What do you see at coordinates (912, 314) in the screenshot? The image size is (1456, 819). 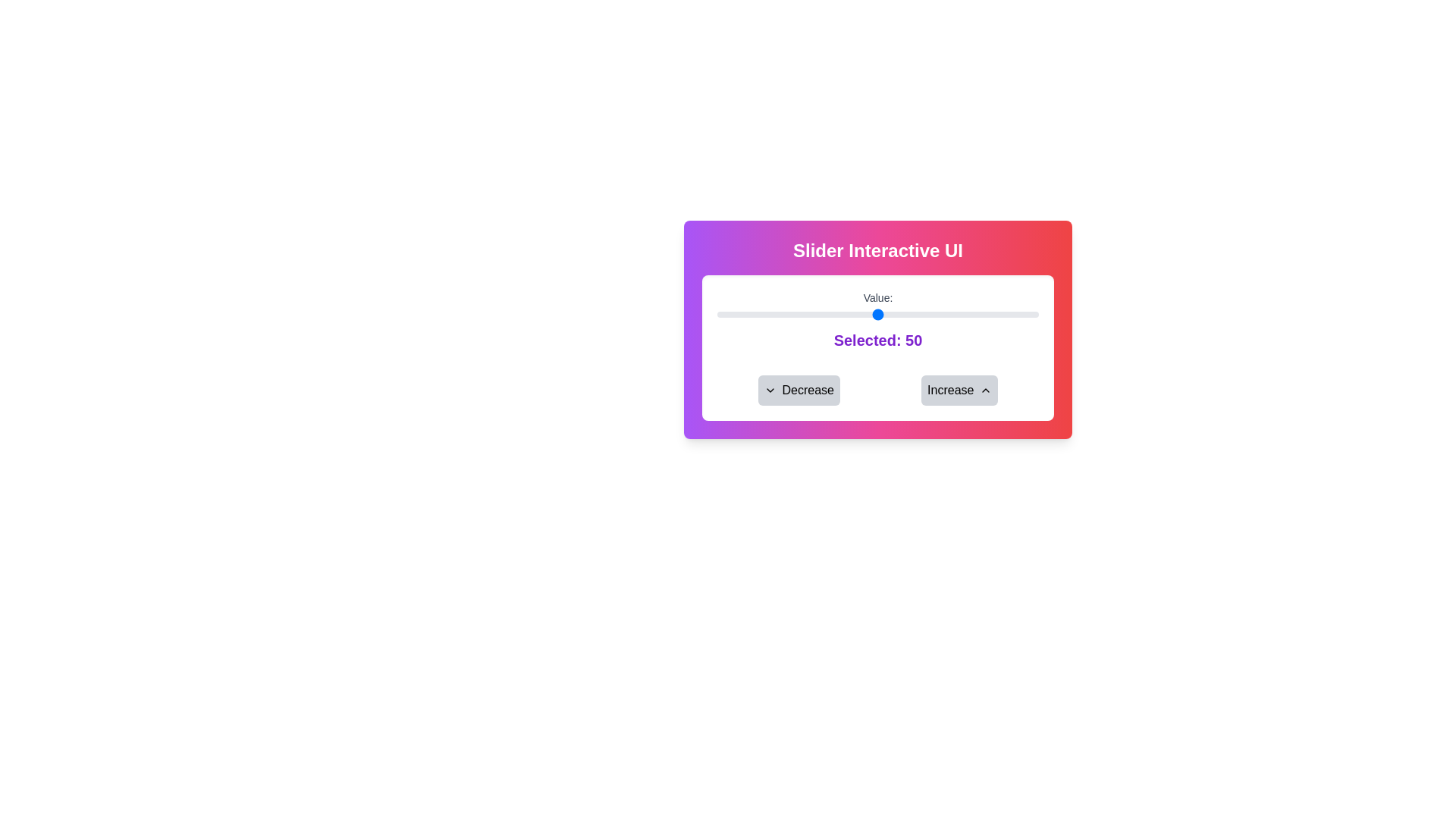 I see `the slider value` at bounding box center [912, 314].